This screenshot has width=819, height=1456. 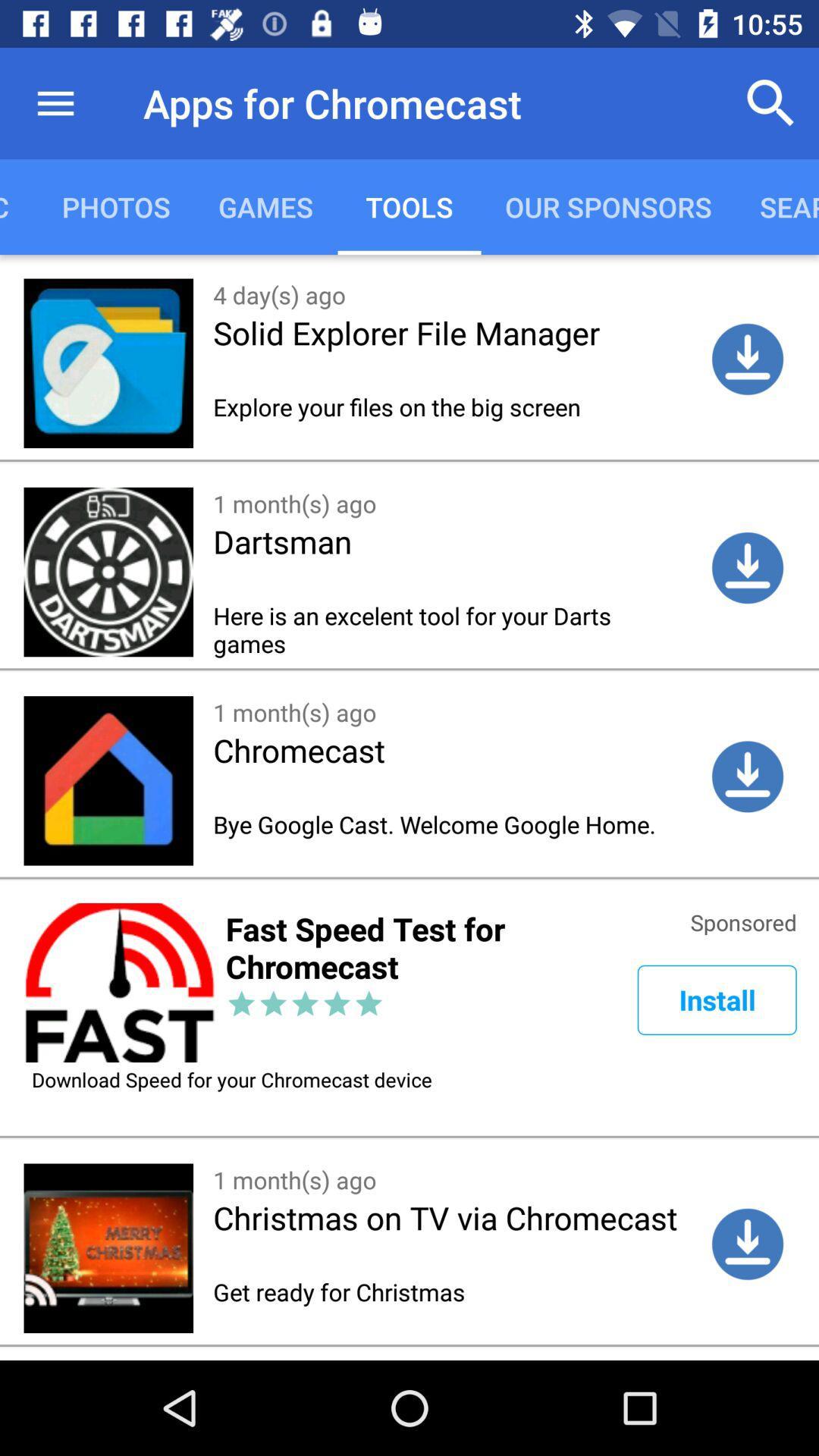 What do you see at coordinates (55, 102) in the screenshot?
I see `icon above music icon` at bounding box center [55, 102].